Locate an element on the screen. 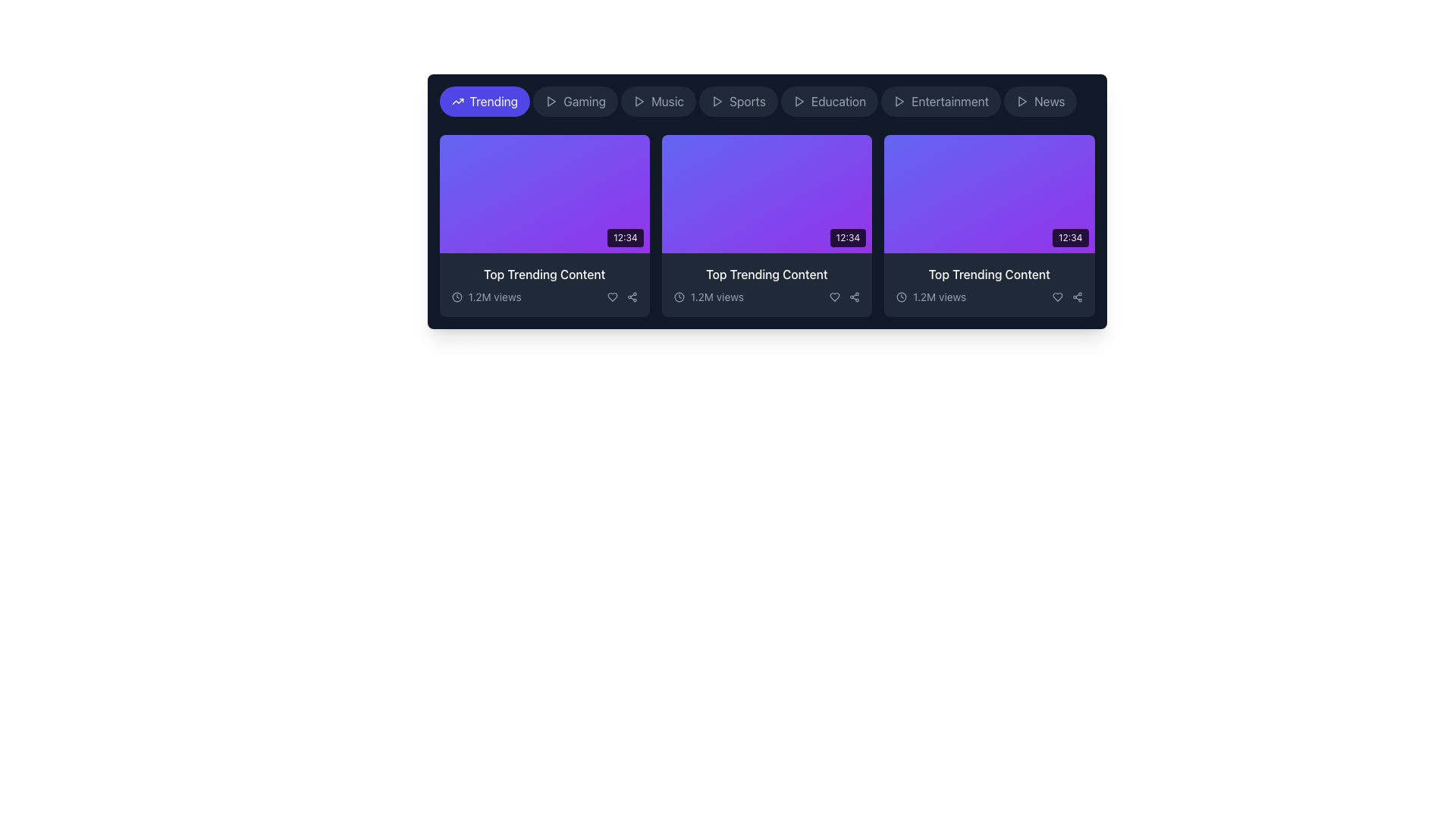 The height and width of the screenshot is (819, 1456). the icons on the second Content Card in the trending list, located below the navigation bar, to like or share the content is located at coordinates (767, 201).